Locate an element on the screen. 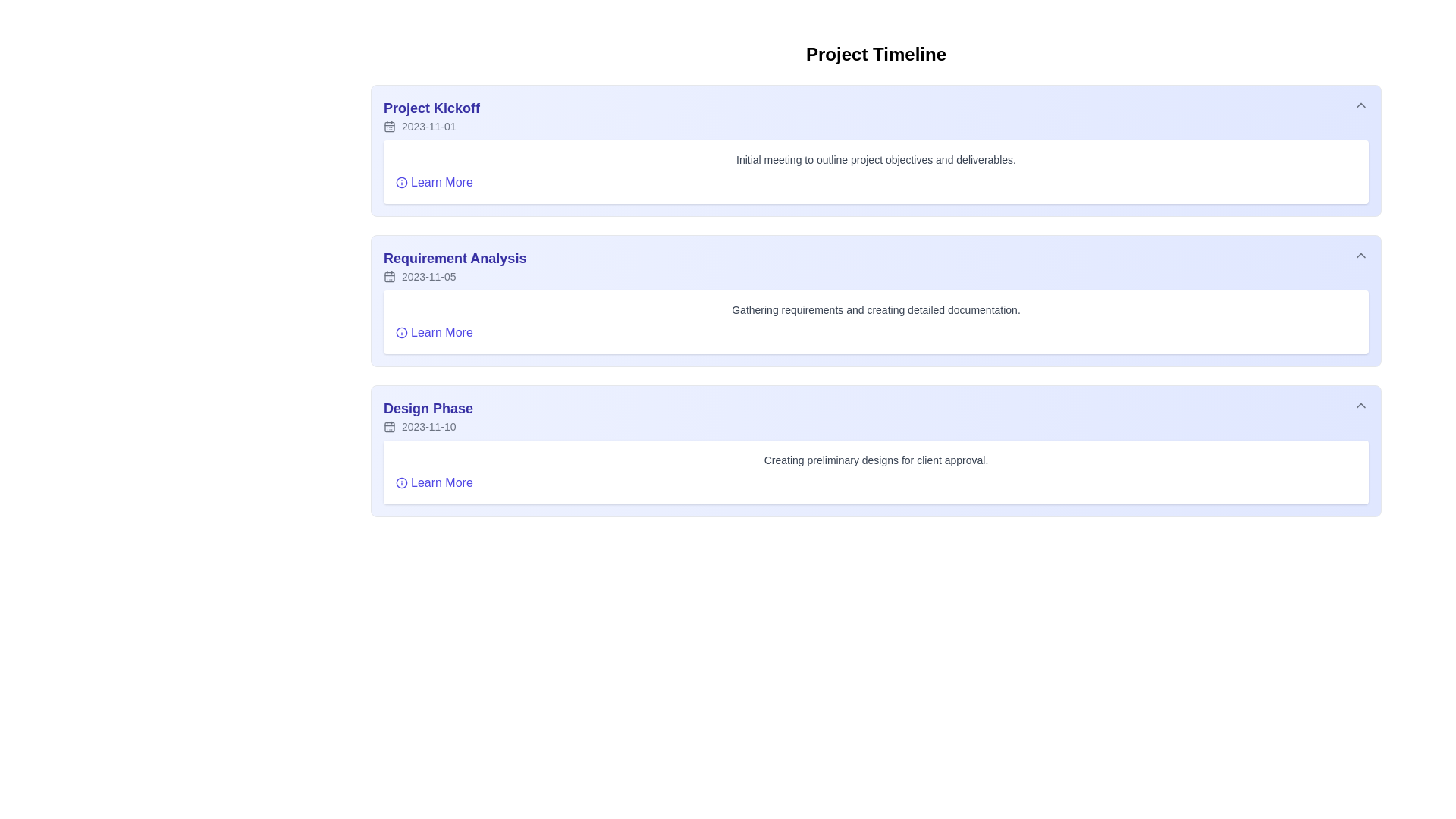 Image resolution: width=1456 pixels, height=819 pixels. information displayed in the Informational Text Box that says 'Creating preliminary designs for client approval.' is located at coordinates (876, 472).